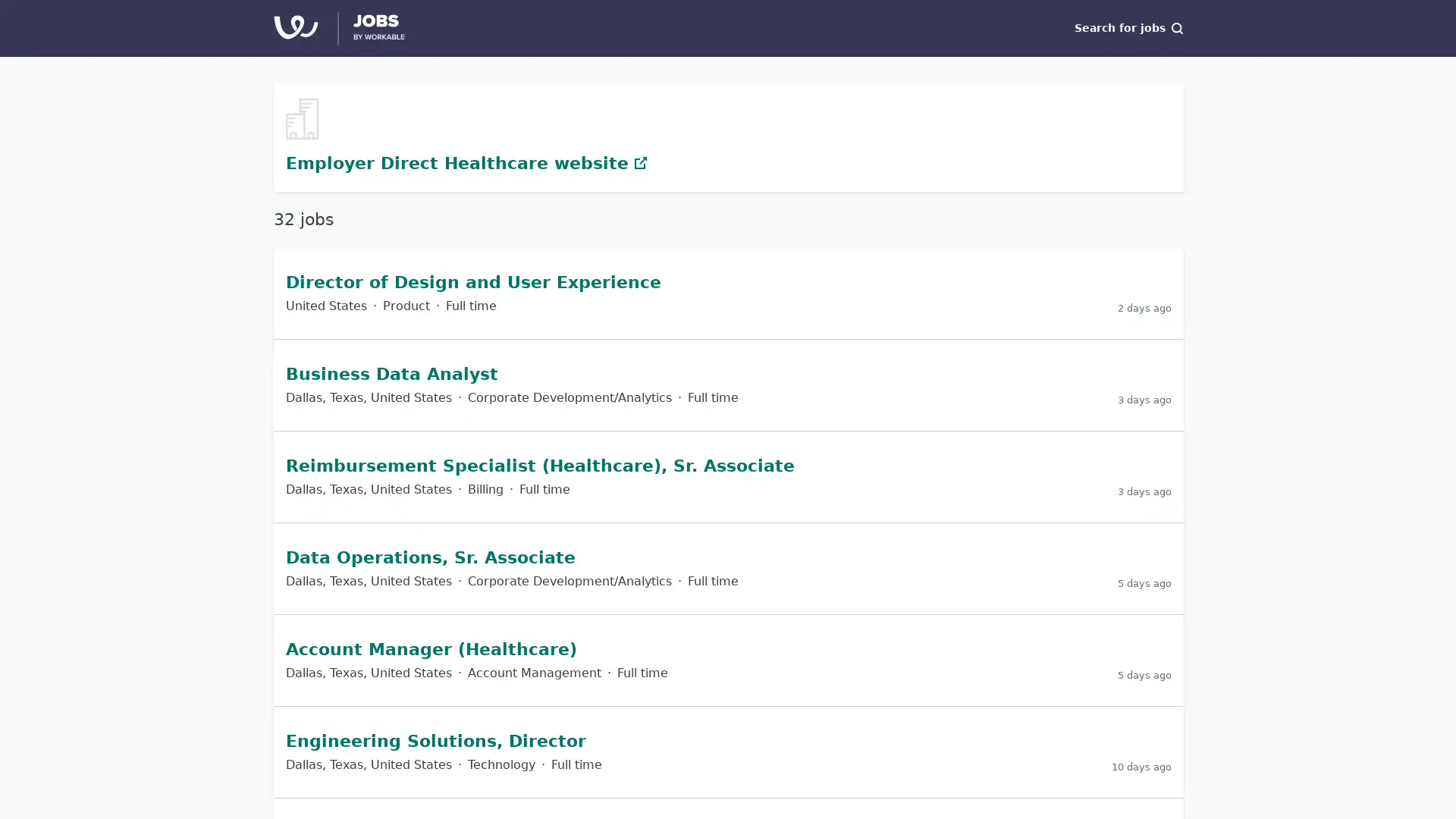 The width and height of the screenshot is (1456, 819). Describe the element at coordinates (1128, 28) in the screenshot. I see `Search for jobs` at that location.